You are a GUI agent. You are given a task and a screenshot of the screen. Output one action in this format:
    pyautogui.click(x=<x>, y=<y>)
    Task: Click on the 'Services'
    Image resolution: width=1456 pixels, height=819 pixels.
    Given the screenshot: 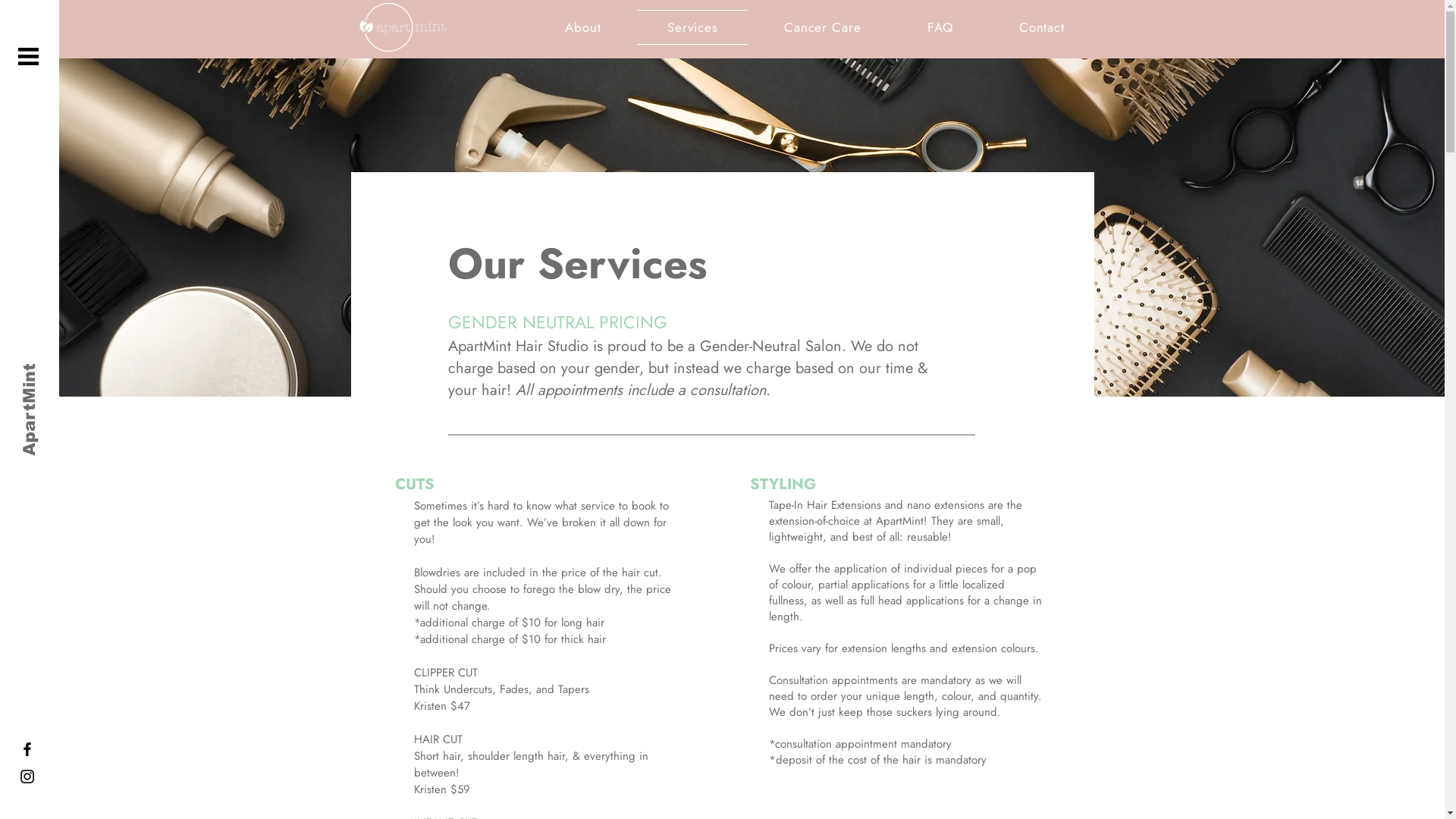 What is the action you would take?
    pyautogui.click(x=691, y=27)
    